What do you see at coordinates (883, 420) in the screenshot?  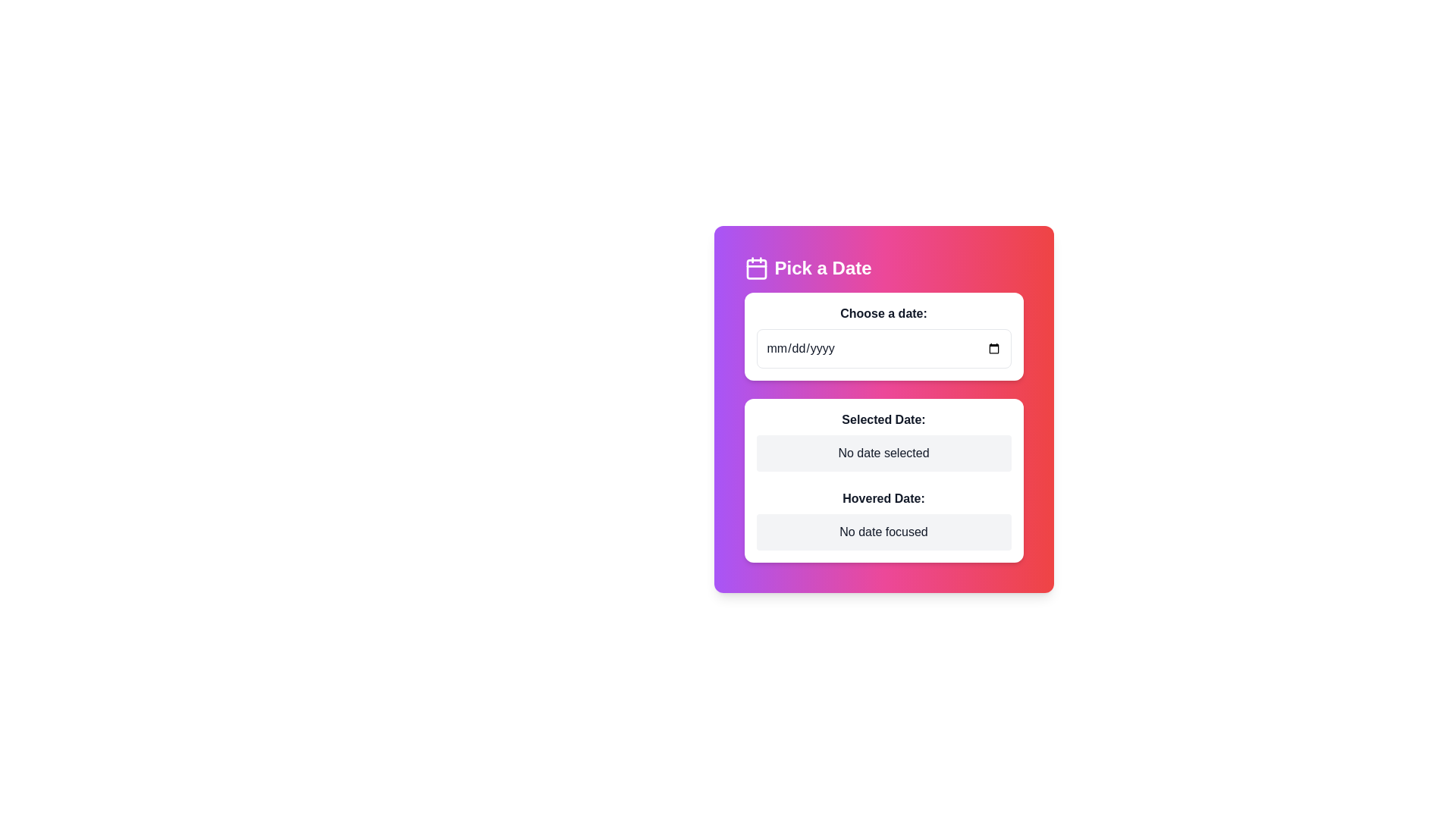 I see `the label that provides context for the currently selected date, positioned above the text 'No date selected' and after 'Choose a date:'` at bounding box center [883, 420].